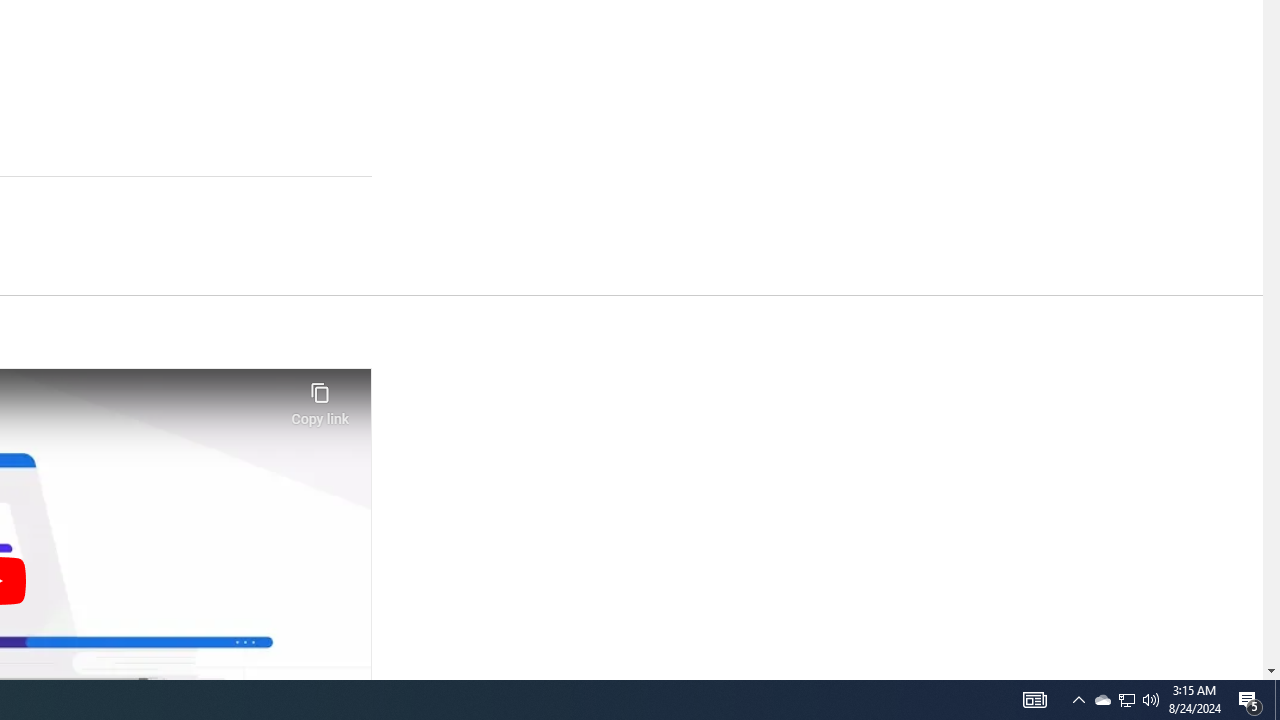 The image size is (1280, 720). Describe the element at coordinates (320, 398) in the screenshot. I see `'Copy link'` at that location.